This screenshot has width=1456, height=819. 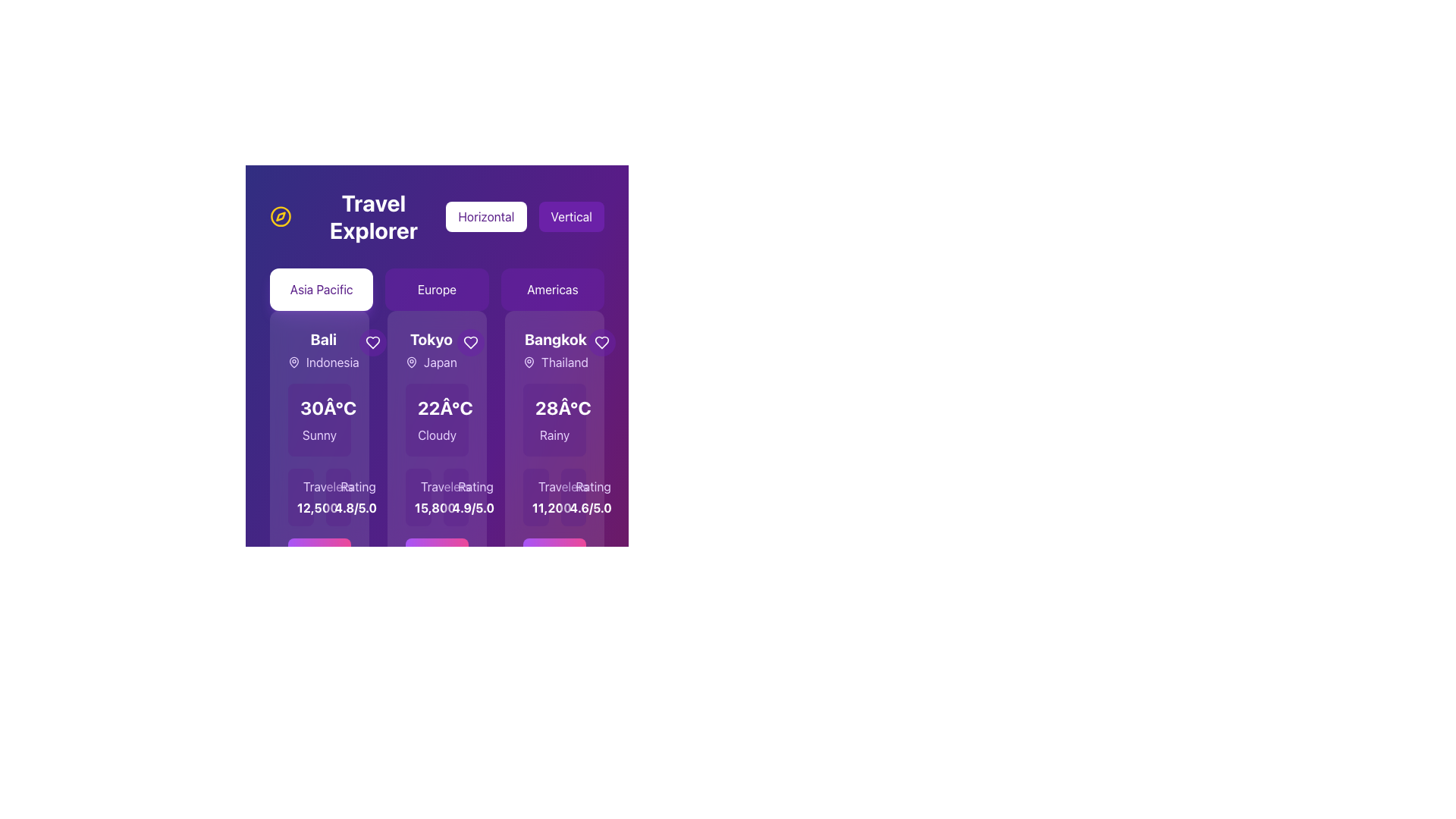 What do you see at coordinates (436, 420) in the screenshot?
I see `the Information card displaying '22°C' and 'cloudy' with a semi-transparent purple background, located under the 'Tokyo' header in the 'Europe' section` at bounding box center [436, 420].